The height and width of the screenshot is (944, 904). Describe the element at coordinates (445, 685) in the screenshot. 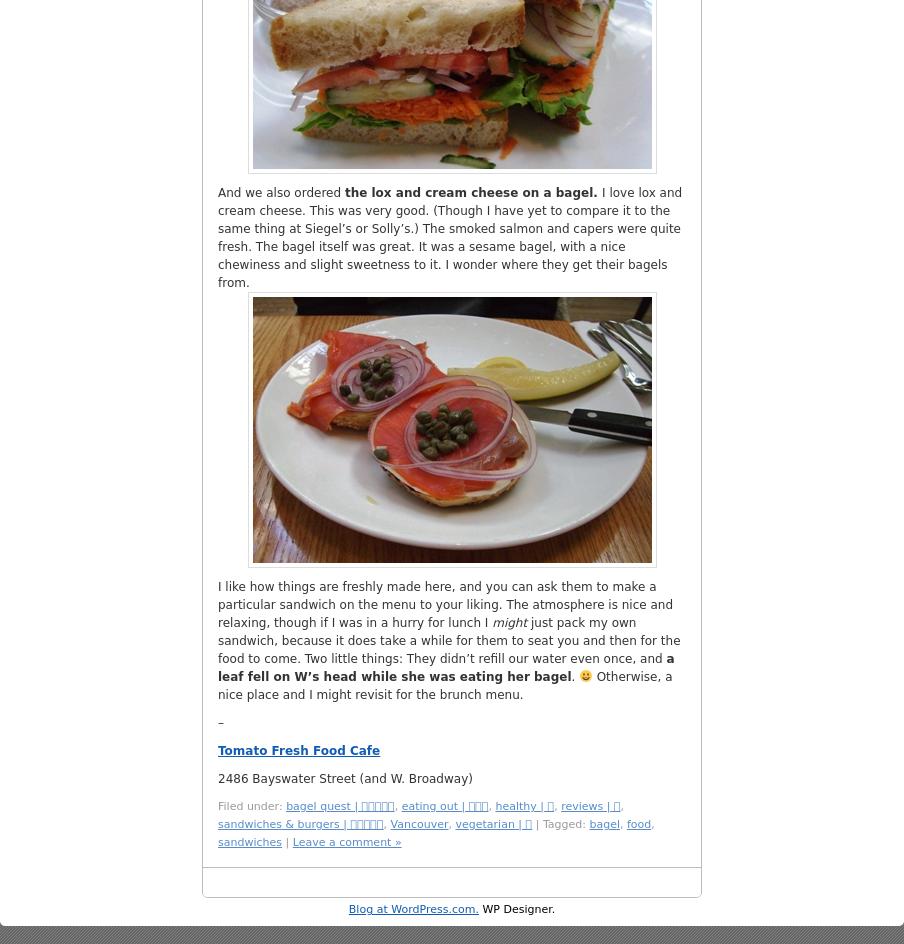

I see `'Otherwise, a nice place and I might revisit for the brunch menu.'` at that location.